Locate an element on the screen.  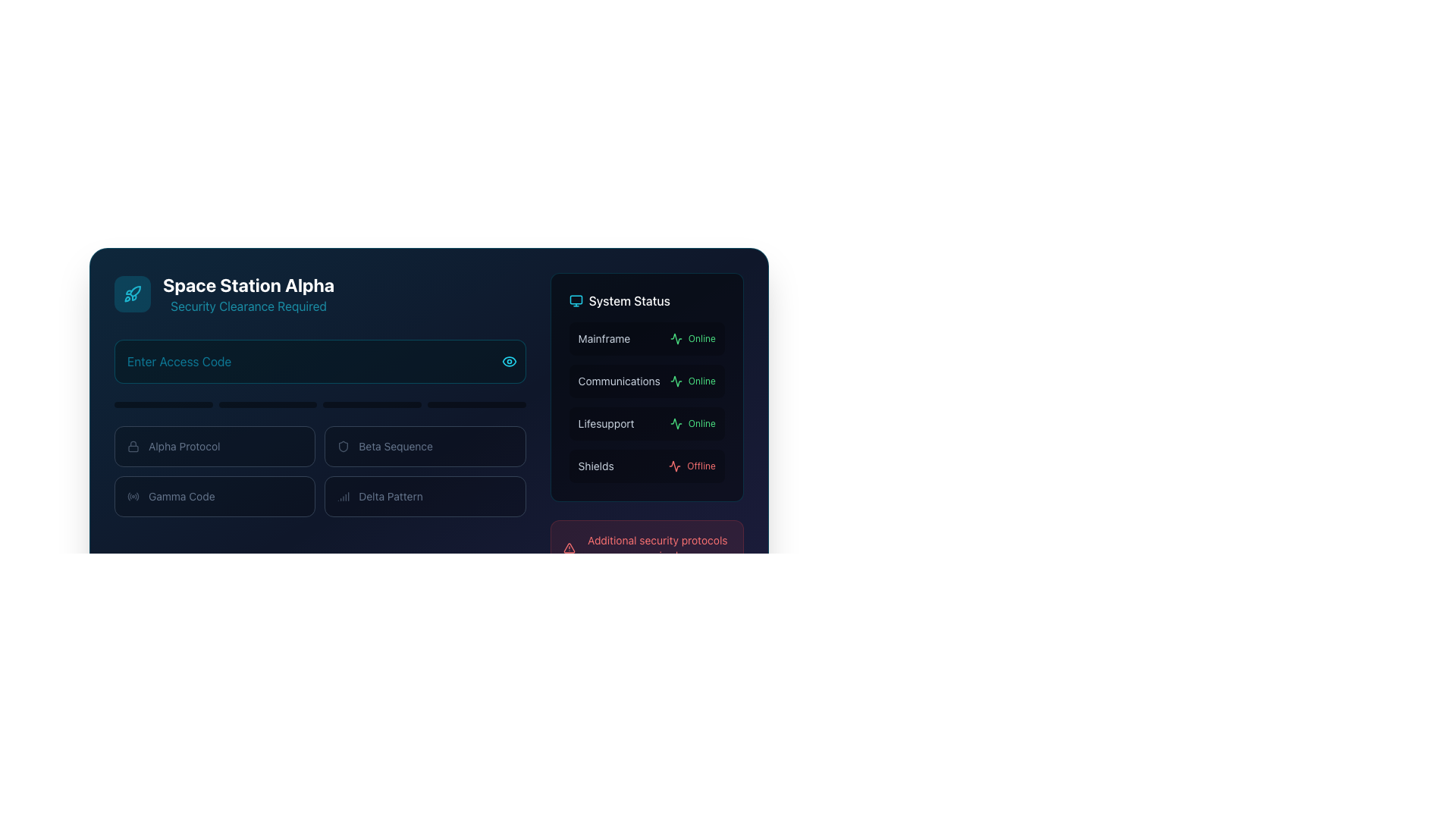
the Grid or Button Group containing the sections labeled 'Alpha Protocol', 'Beta Sequence', 'Gamma Code', and 'Delta Pattern', which is located under the title 'Enter Access Code' is located at coordinates (319, 428).